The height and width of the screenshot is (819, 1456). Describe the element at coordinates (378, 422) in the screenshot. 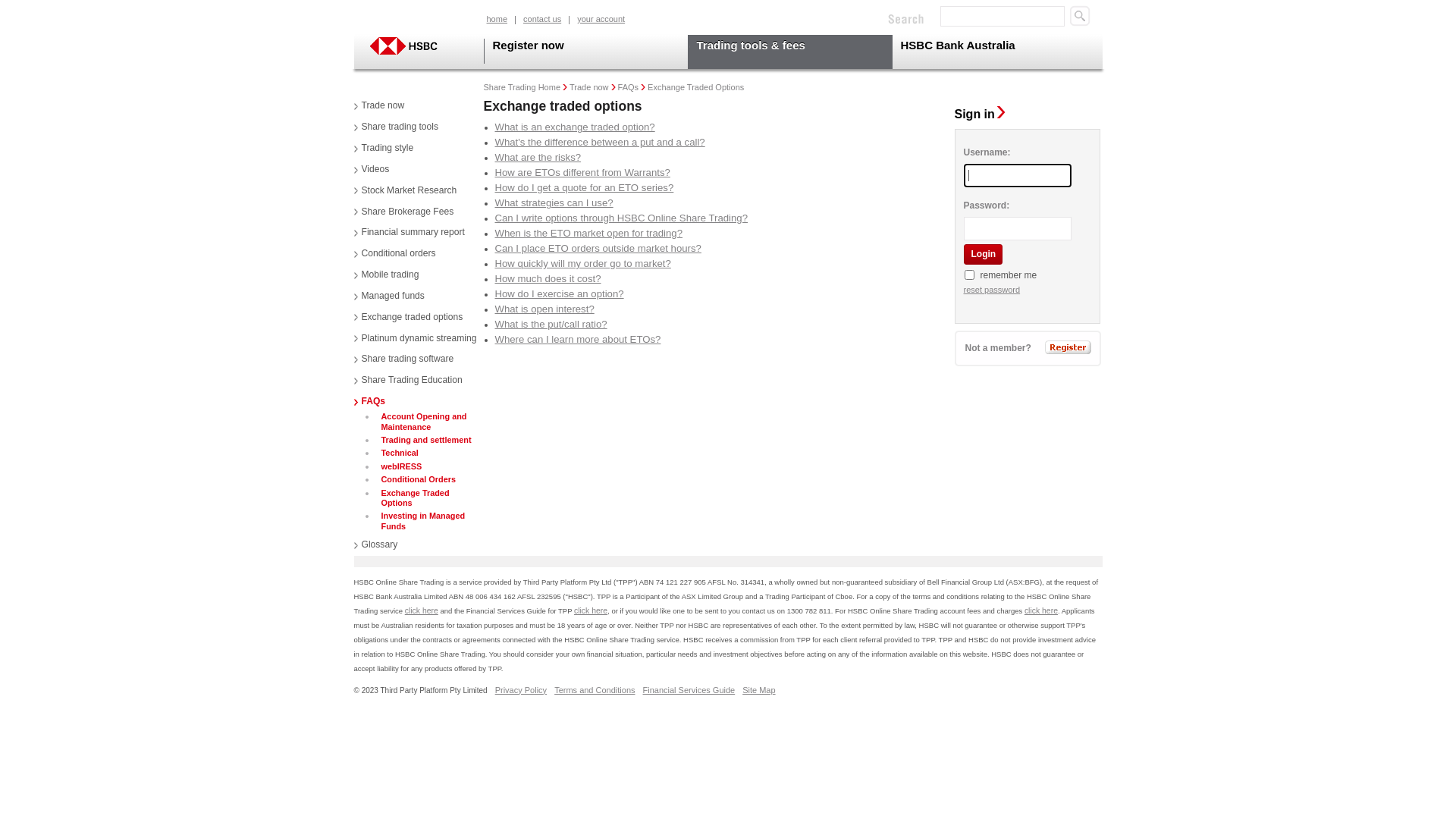

I see `'Account Opening and Maintenance'` at that location.